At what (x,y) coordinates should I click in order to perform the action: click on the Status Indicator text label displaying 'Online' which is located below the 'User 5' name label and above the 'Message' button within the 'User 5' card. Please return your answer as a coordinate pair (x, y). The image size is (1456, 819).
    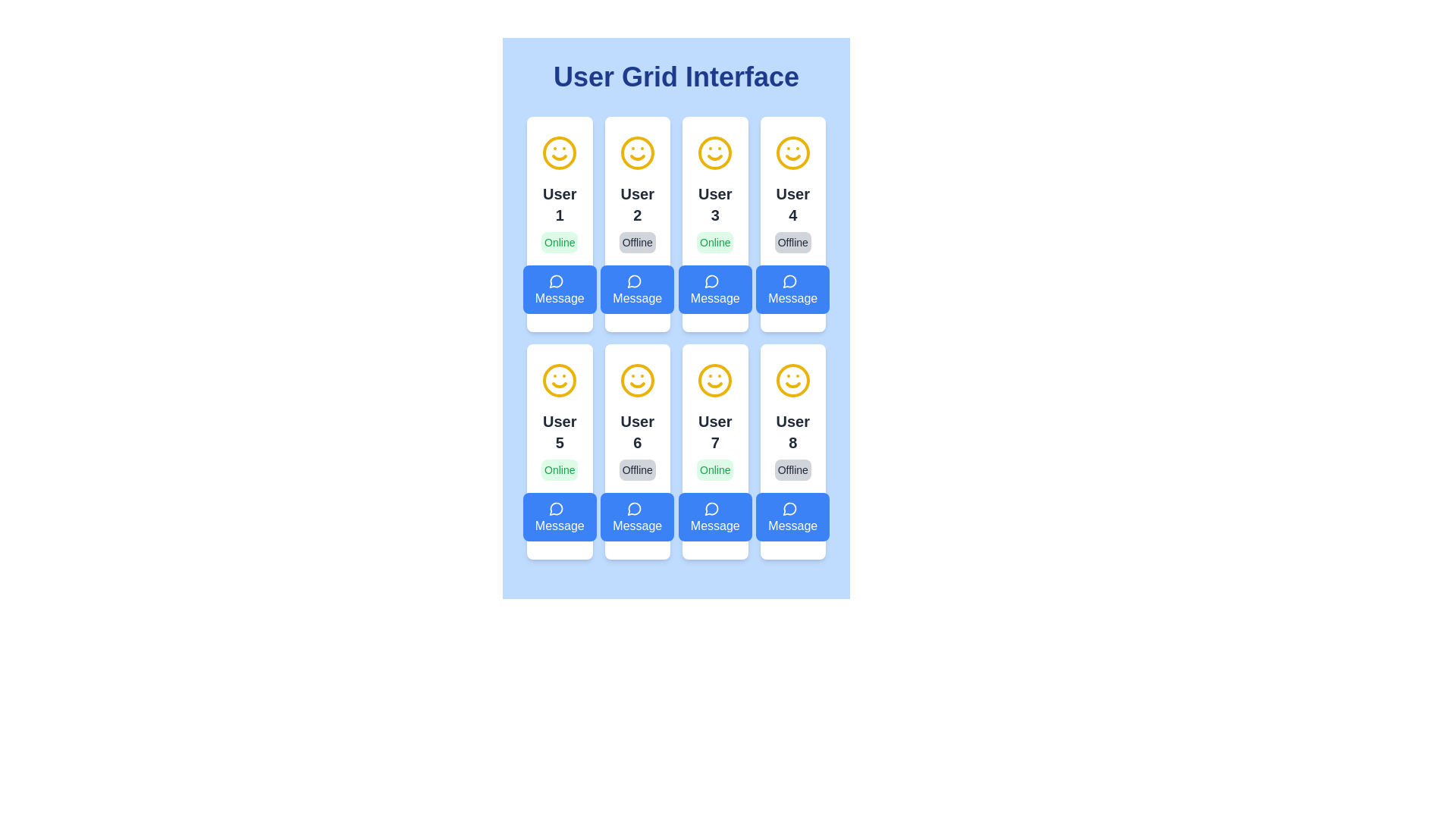
    Looking at the image, I should click on (559, 469).